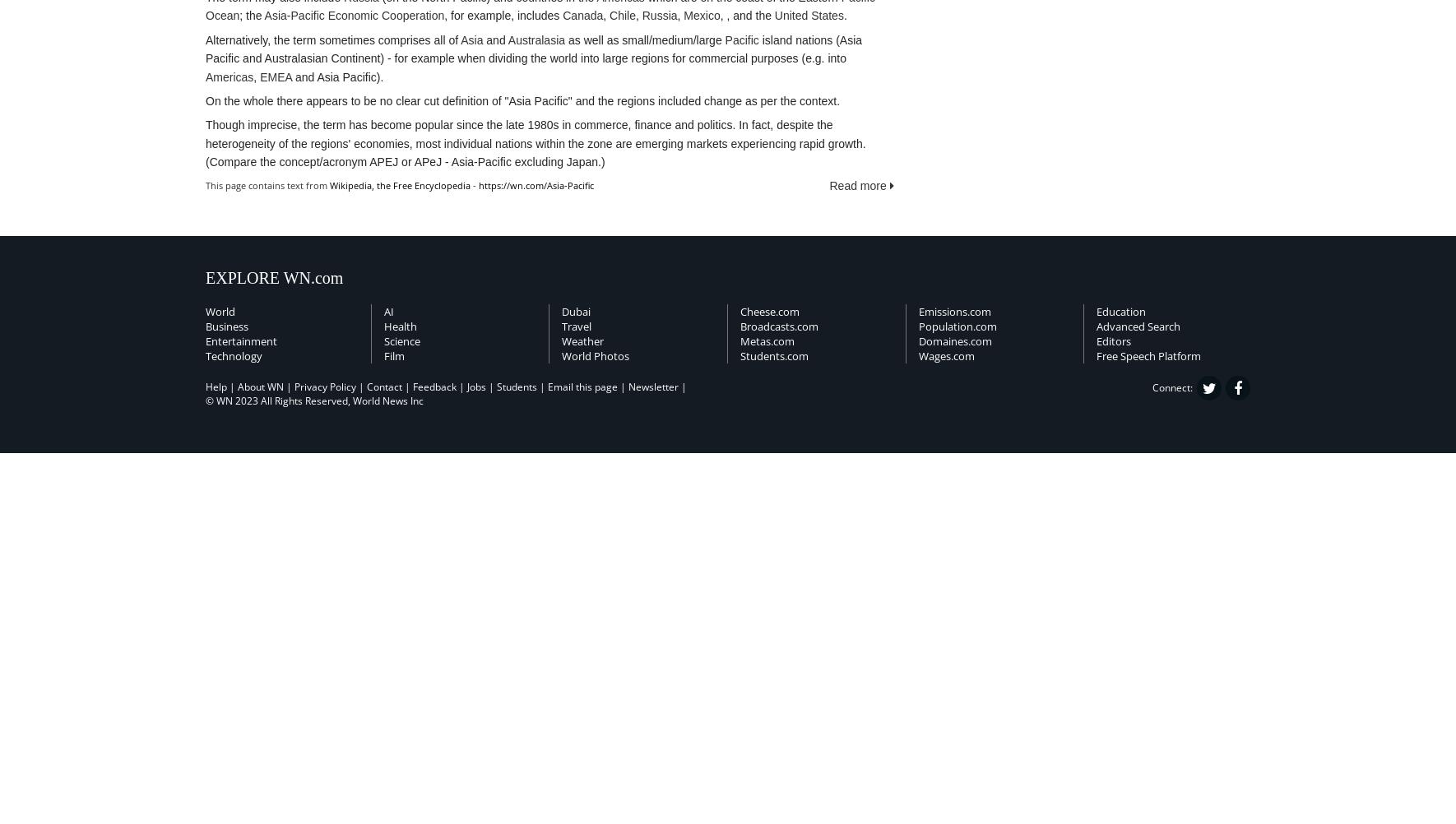  I want to click on 'Domaines.com', so click(954, 341).